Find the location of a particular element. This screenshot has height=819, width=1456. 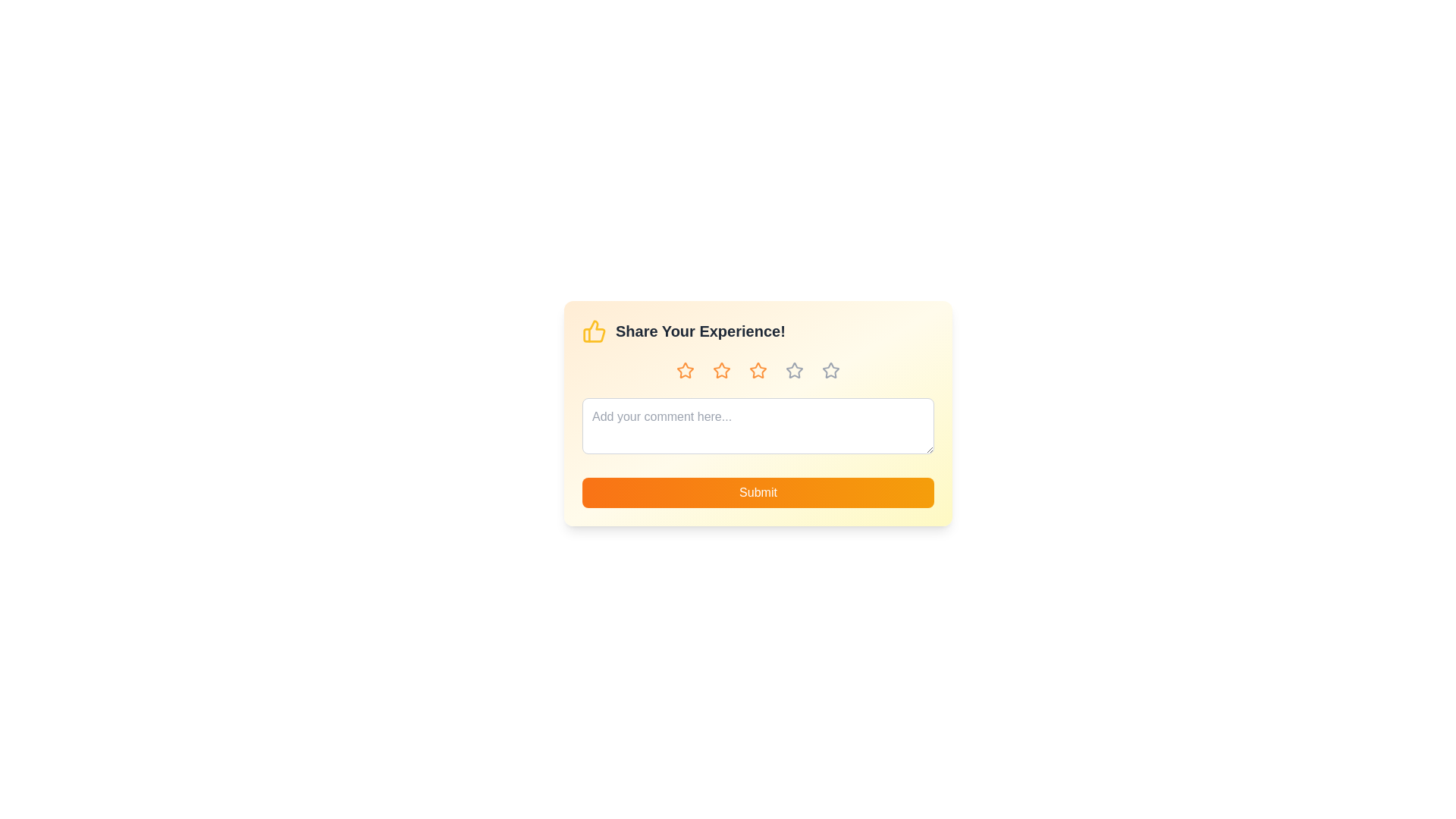

'Submit' button to submit the feedback is located at coordinates (758, 493).